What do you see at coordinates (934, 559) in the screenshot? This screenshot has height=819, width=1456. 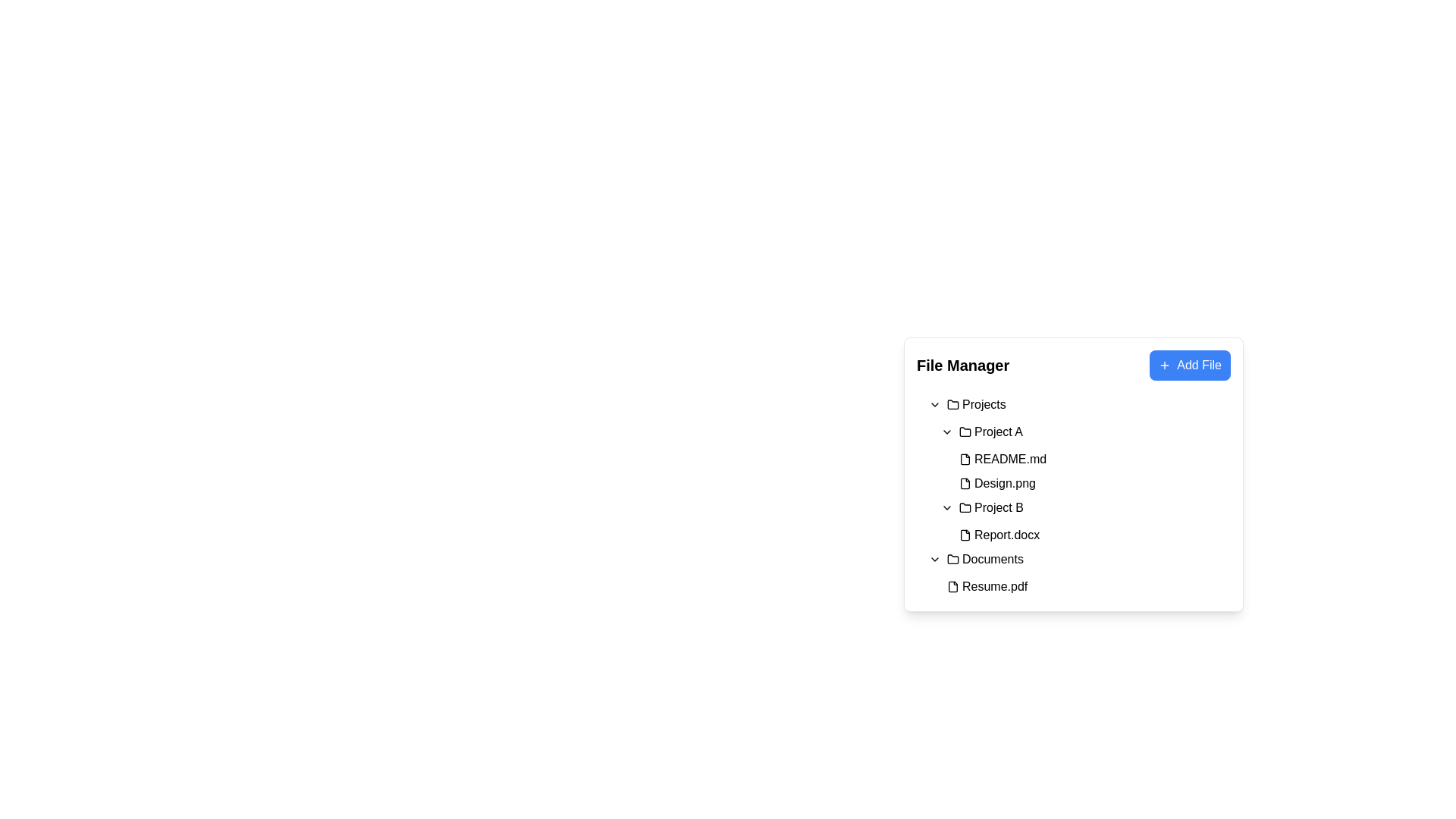 I see `the inverted triangular chevron icon` at bounding box center [934, 559].